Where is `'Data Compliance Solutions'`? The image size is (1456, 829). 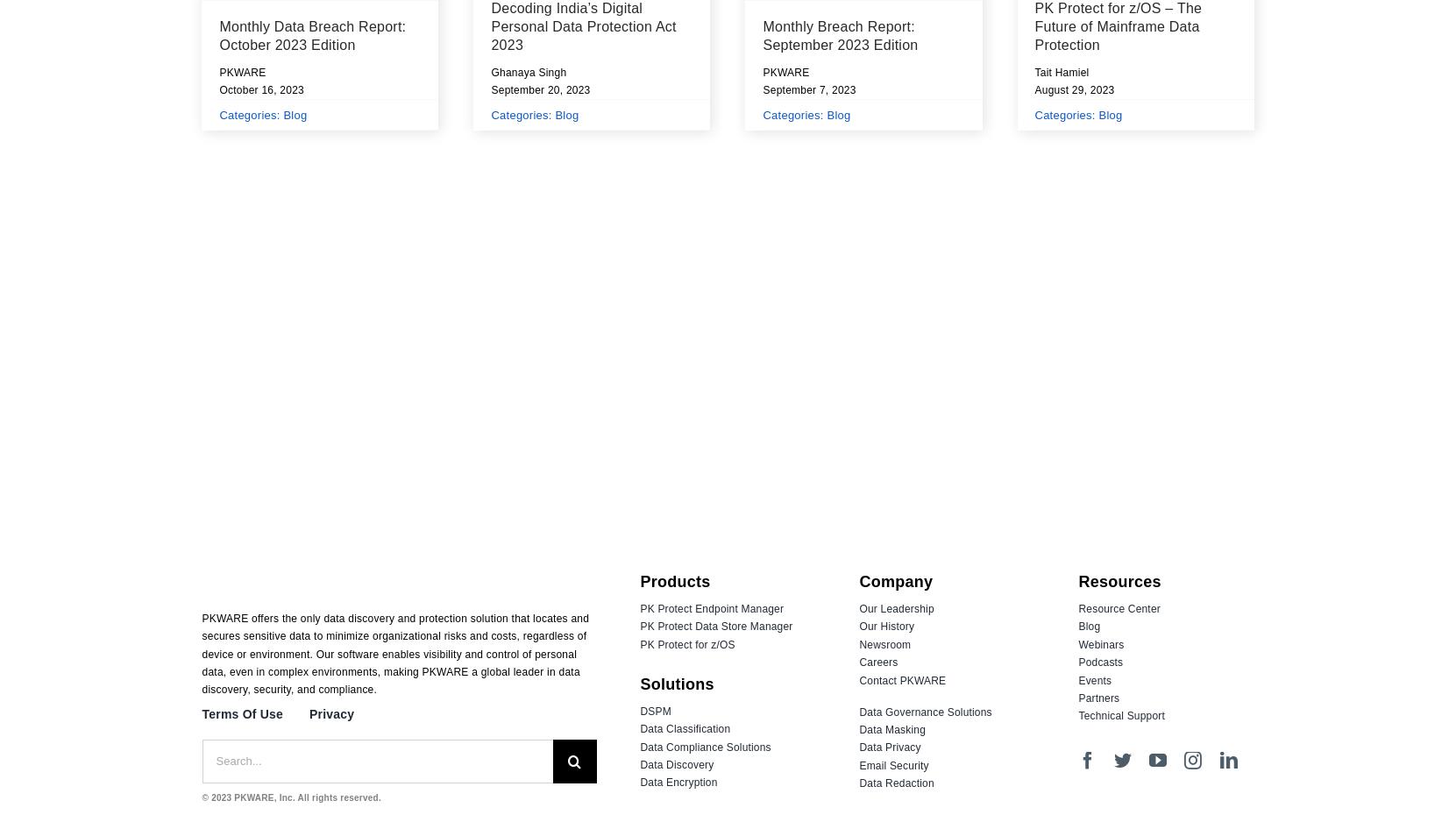
'Data Compliance Solutions' is located at coordinates (704, 746).